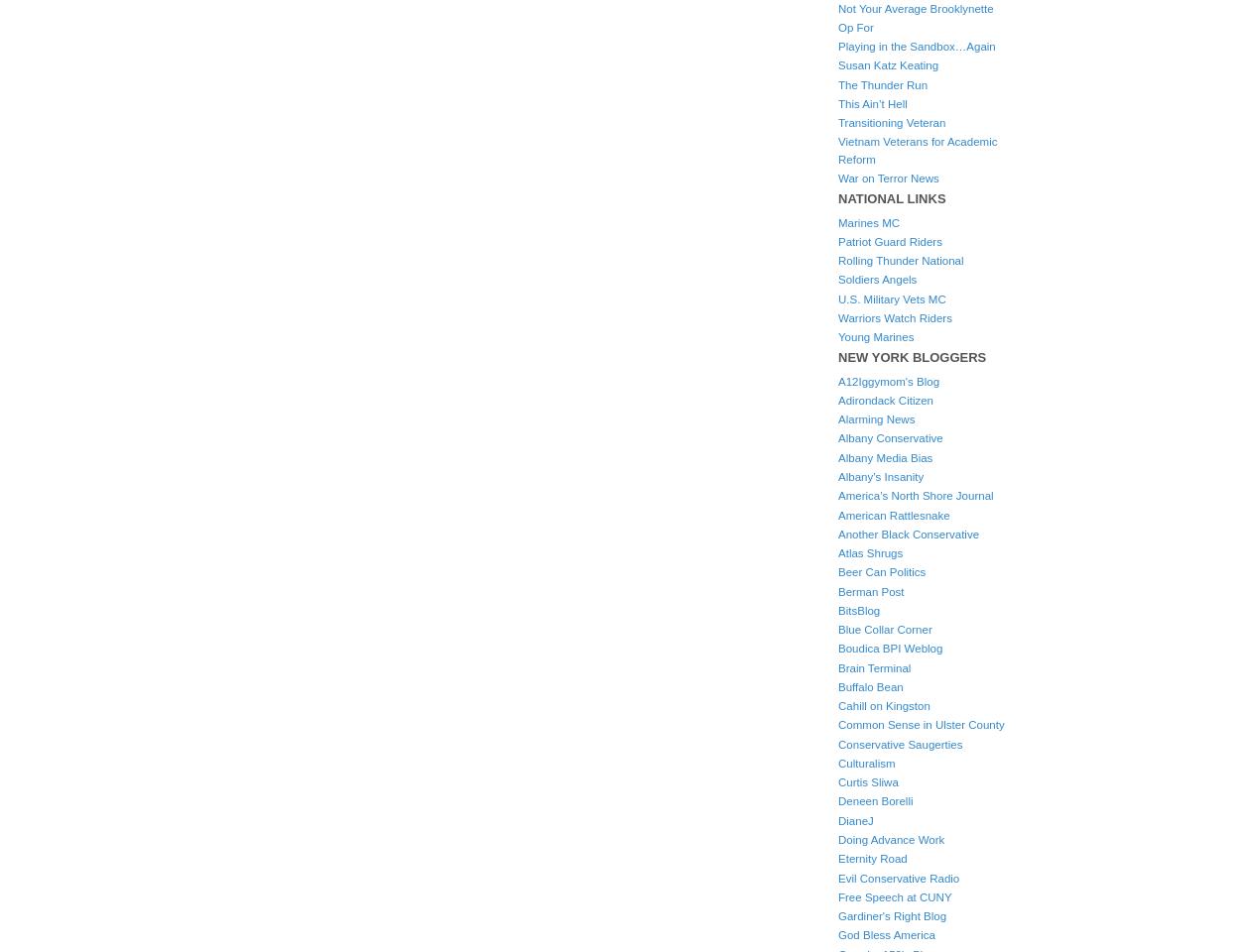 The width and height of the screenshot is (1240, 952). I want to click on 'Transitioning Veteran', so click(891, 122).